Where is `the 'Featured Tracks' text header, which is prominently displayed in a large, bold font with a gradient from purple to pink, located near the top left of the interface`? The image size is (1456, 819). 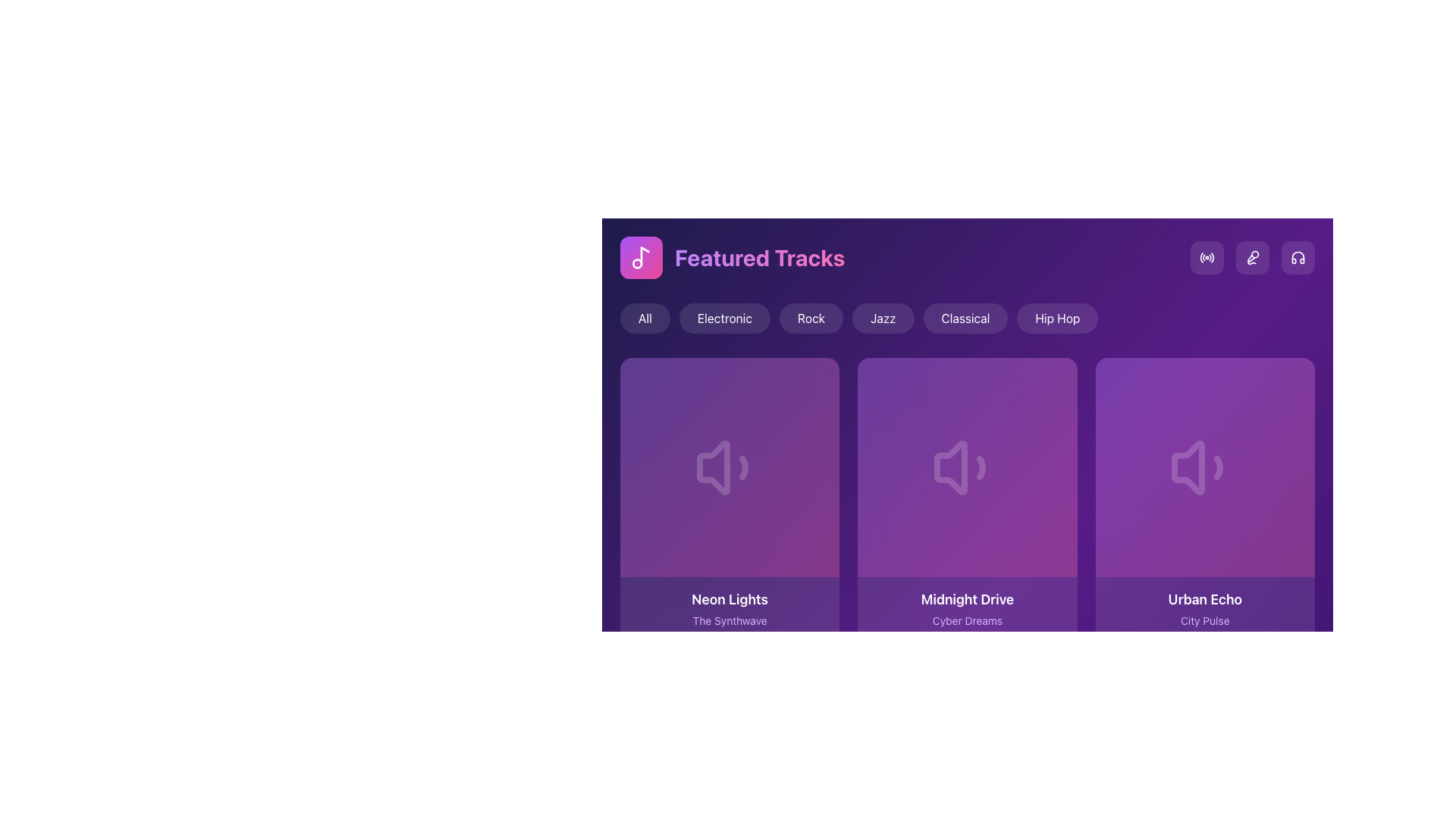
the 'Featured Tracks' text header, which is prominently displayed in a large, bold font with a gradient from purple to pink, located near the top left of the interface is located at coordinates (760, 256).